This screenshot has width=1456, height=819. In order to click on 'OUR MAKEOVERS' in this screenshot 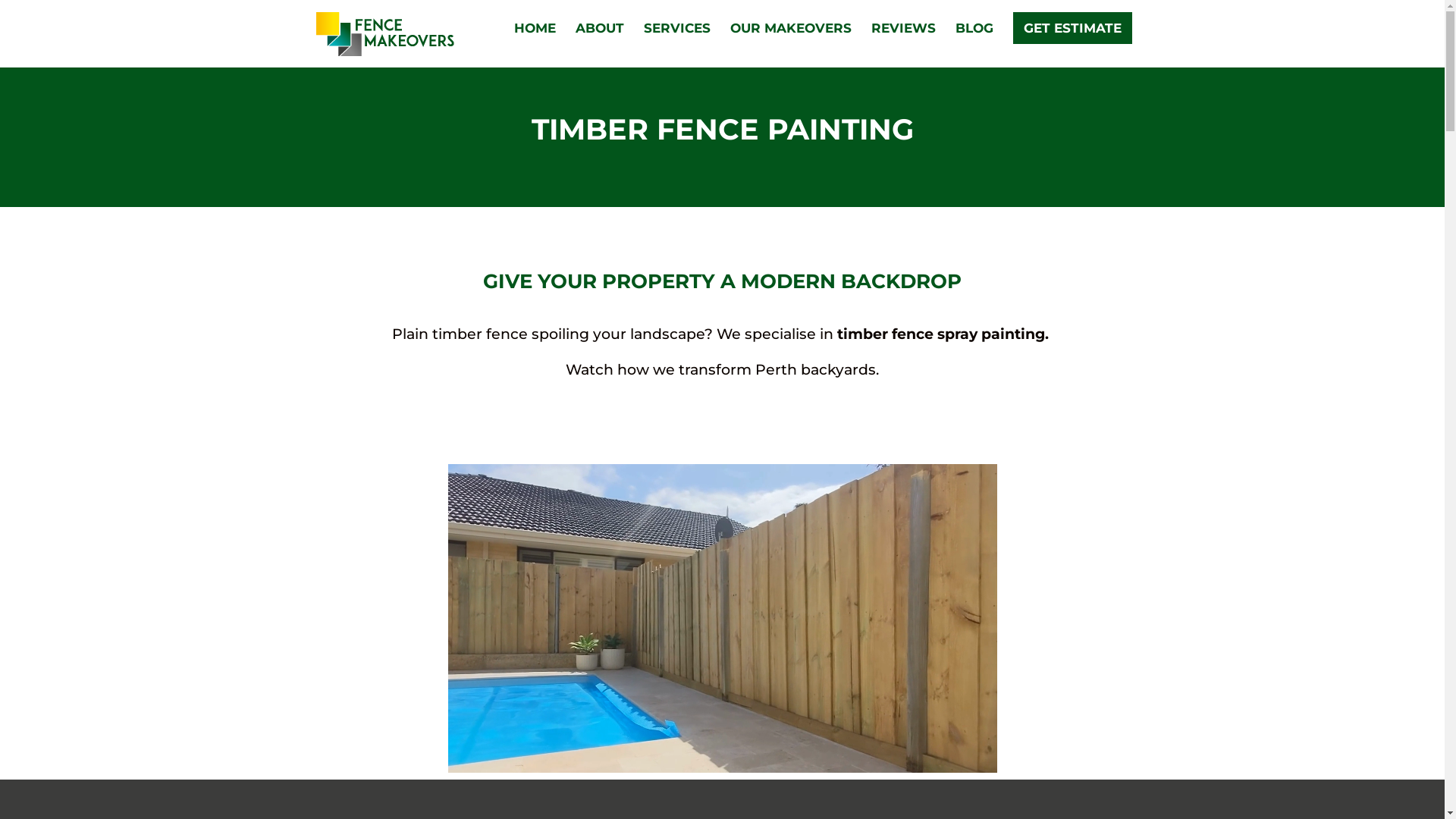, I will do `click(789, 44)`.